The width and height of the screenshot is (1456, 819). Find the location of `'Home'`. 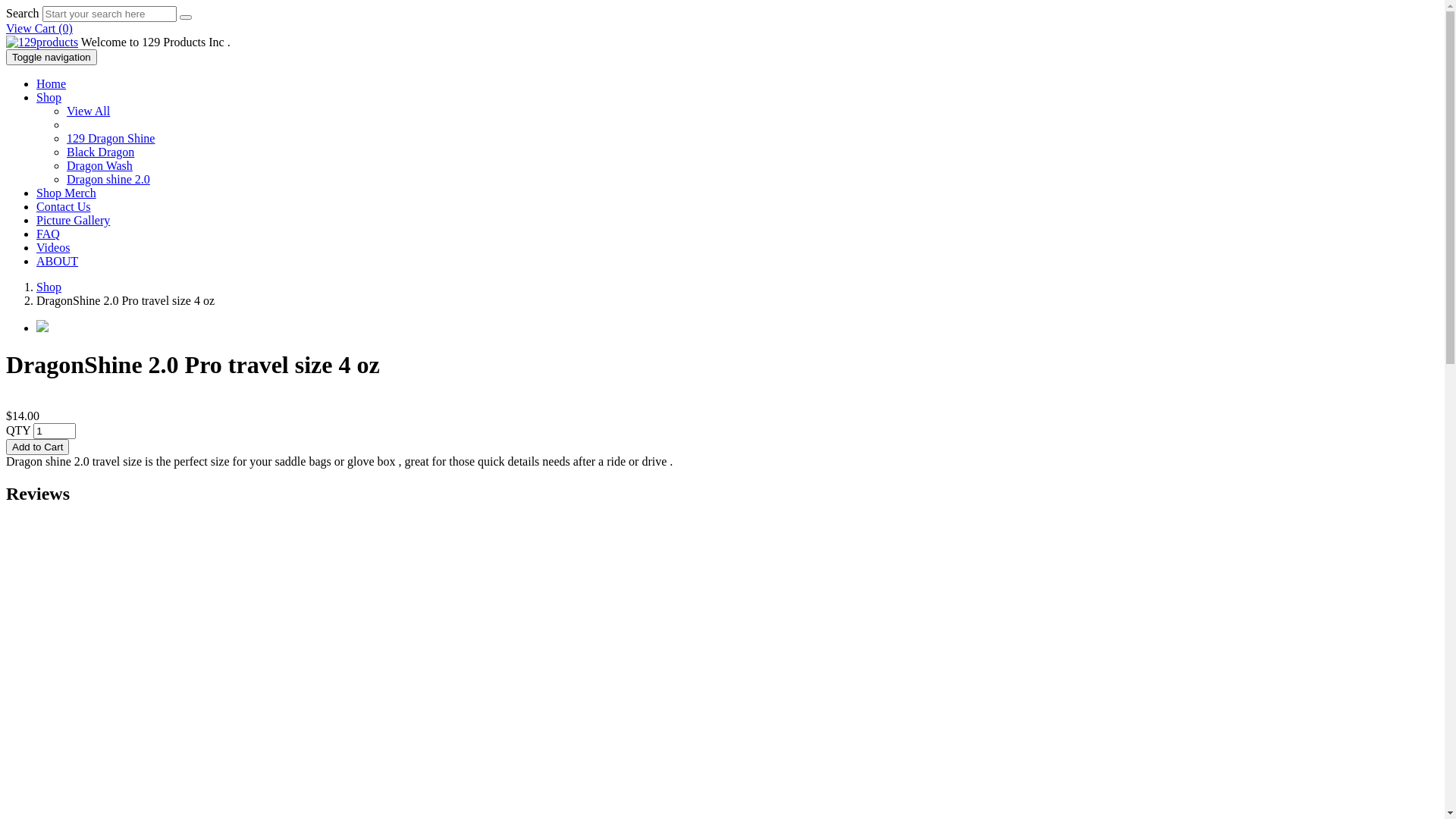

'Home' is located at coordinates (51, 83).